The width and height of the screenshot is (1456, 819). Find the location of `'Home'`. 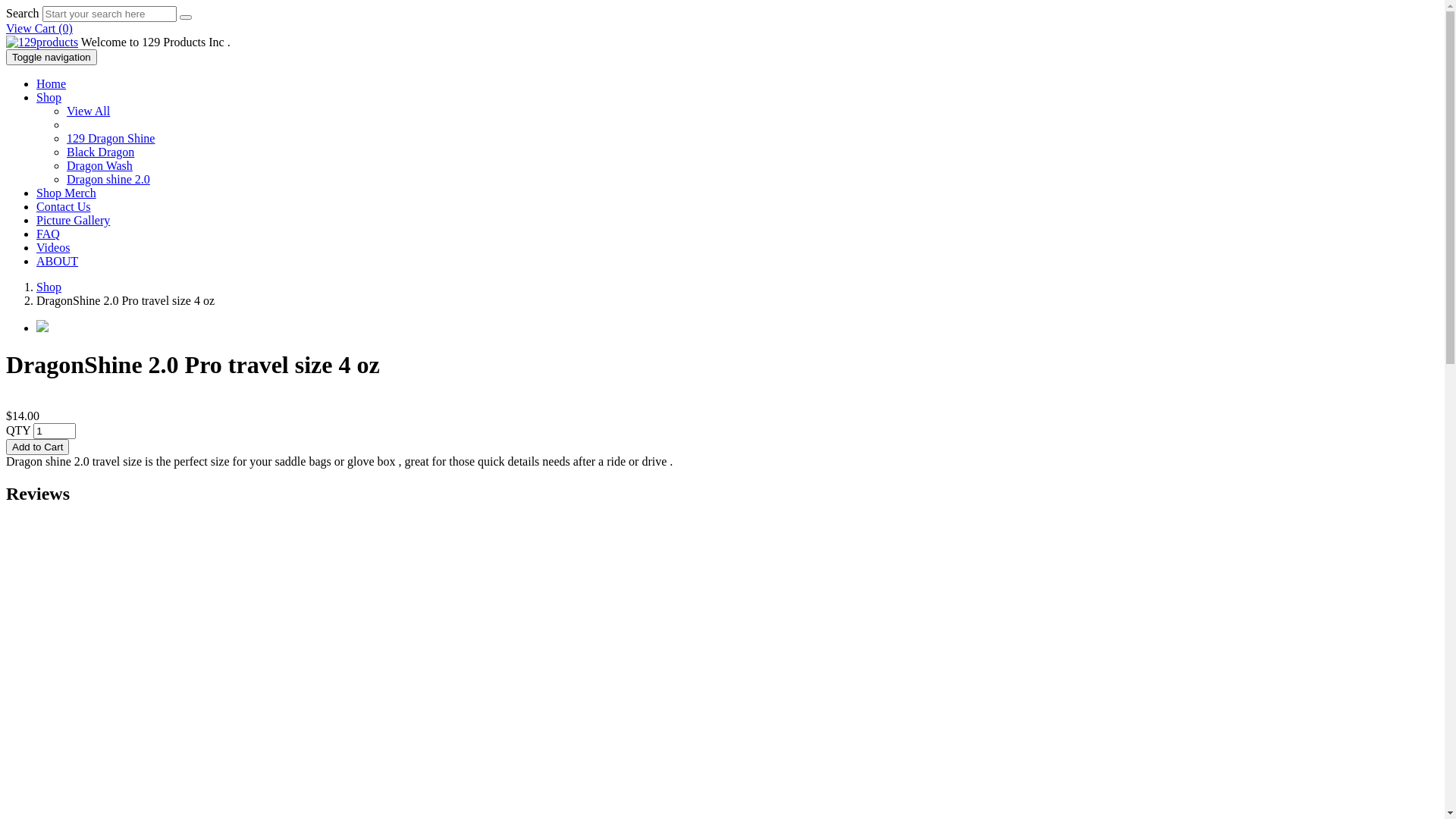

'Home' is located at coordinates (51, 83).